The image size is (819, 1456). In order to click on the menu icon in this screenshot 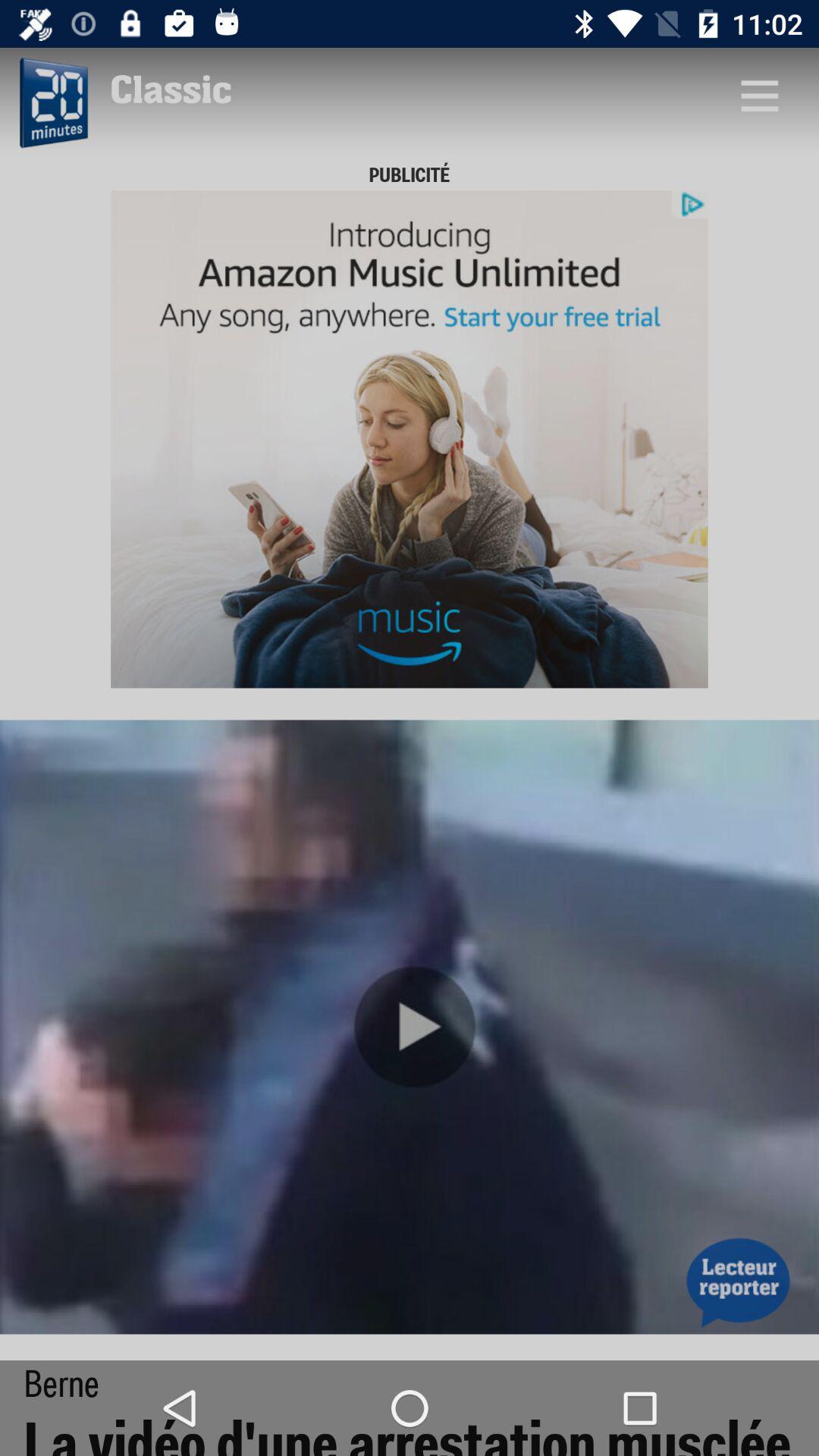, I will do `click(759, 94)`.